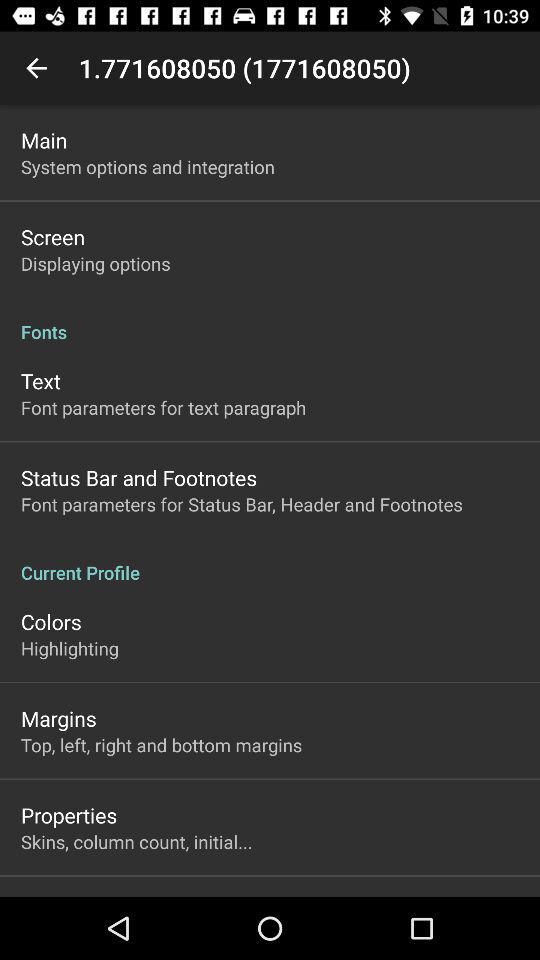 The image size is (540, 960). Describe the element at coordinates (51, 620) in the screenshot. I see `item above highlighting` at that location.